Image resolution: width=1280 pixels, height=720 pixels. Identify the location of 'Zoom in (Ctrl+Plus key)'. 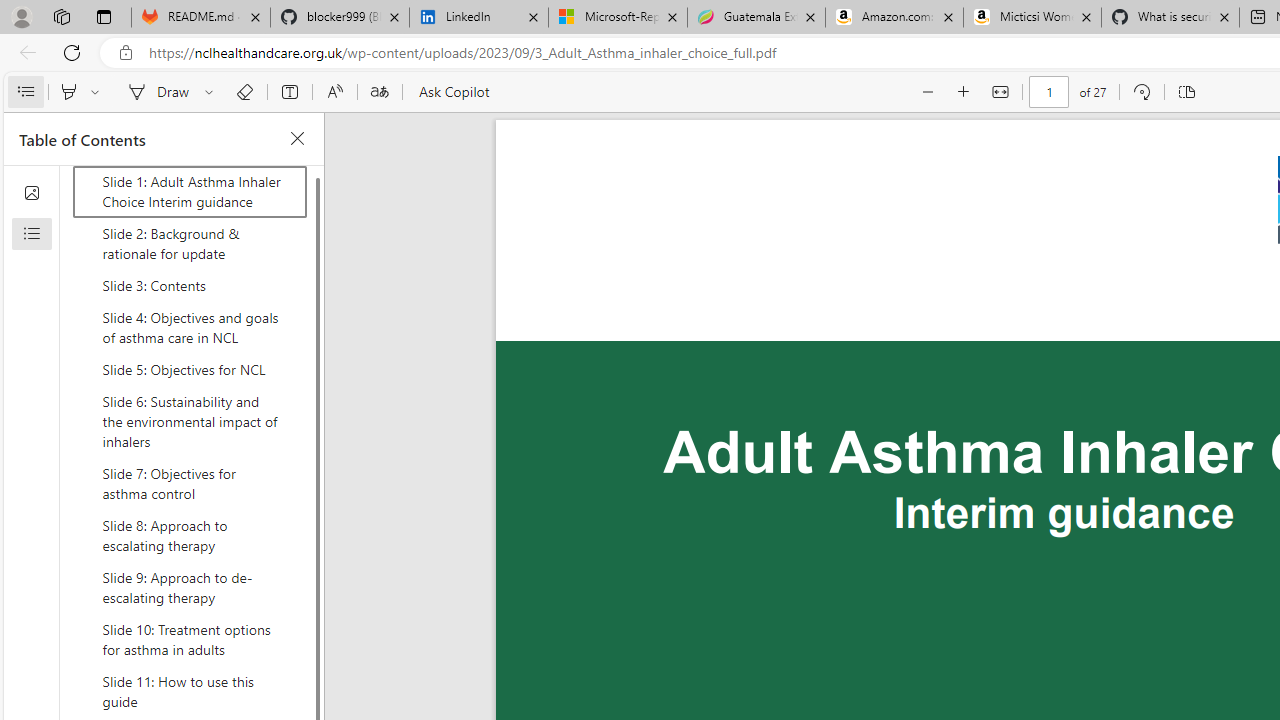
(964, 92).